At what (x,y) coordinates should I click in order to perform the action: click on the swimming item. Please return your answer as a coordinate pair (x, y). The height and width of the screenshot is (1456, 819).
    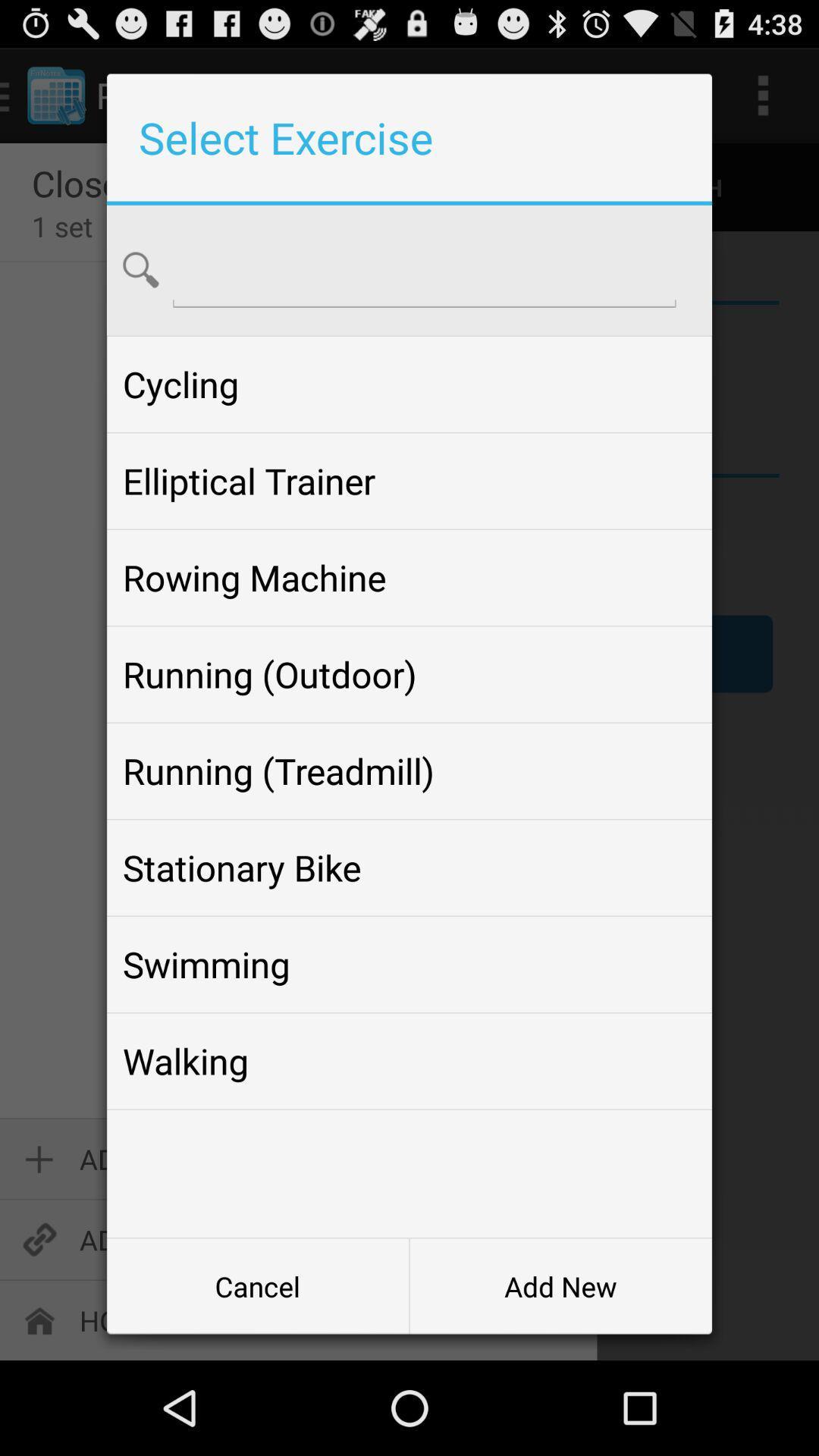
    Looking at the image, I should click on (409, 964).